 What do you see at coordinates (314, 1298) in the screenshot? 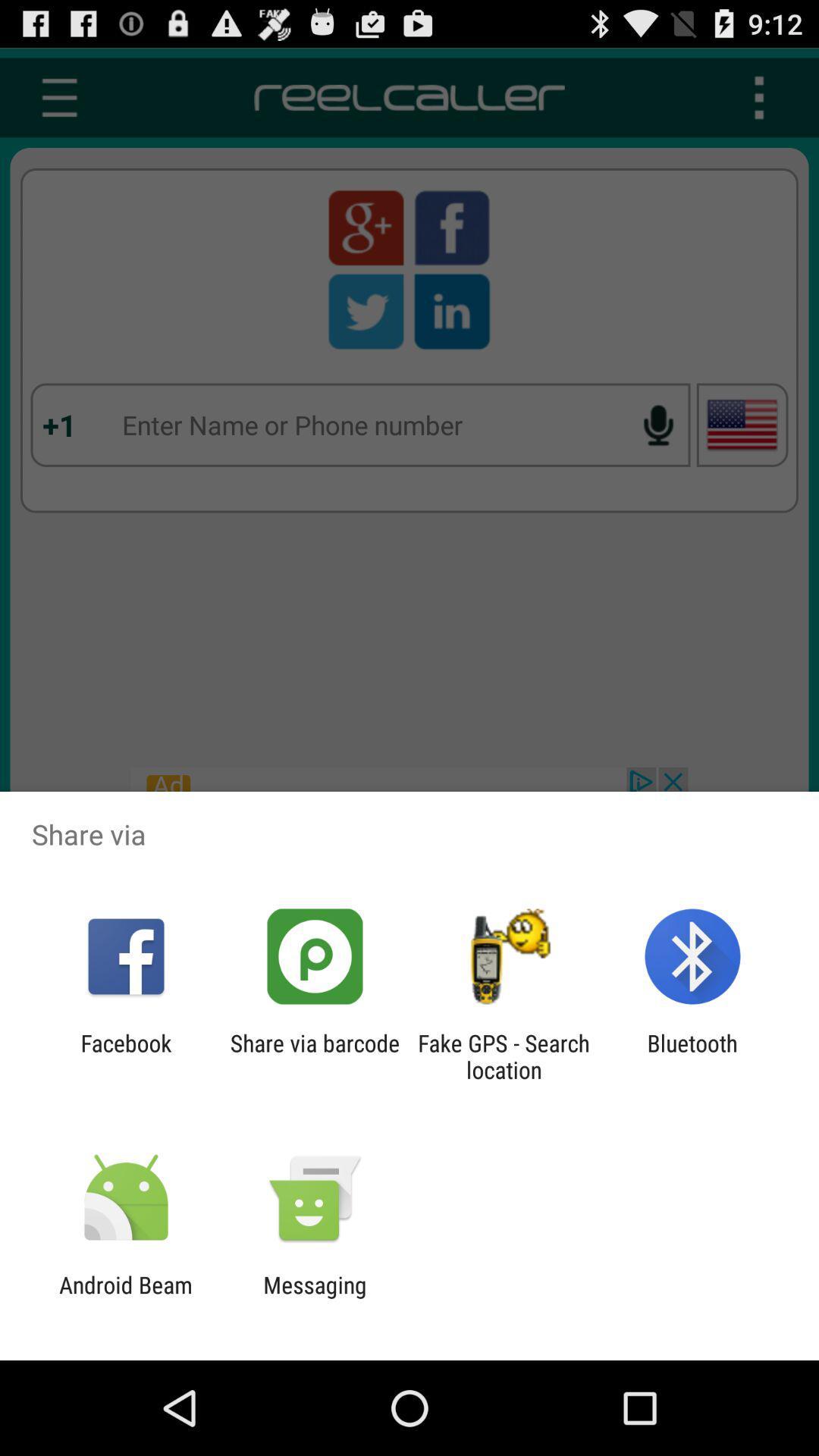
I see `messaging app` at bounding box center [314, 1298].